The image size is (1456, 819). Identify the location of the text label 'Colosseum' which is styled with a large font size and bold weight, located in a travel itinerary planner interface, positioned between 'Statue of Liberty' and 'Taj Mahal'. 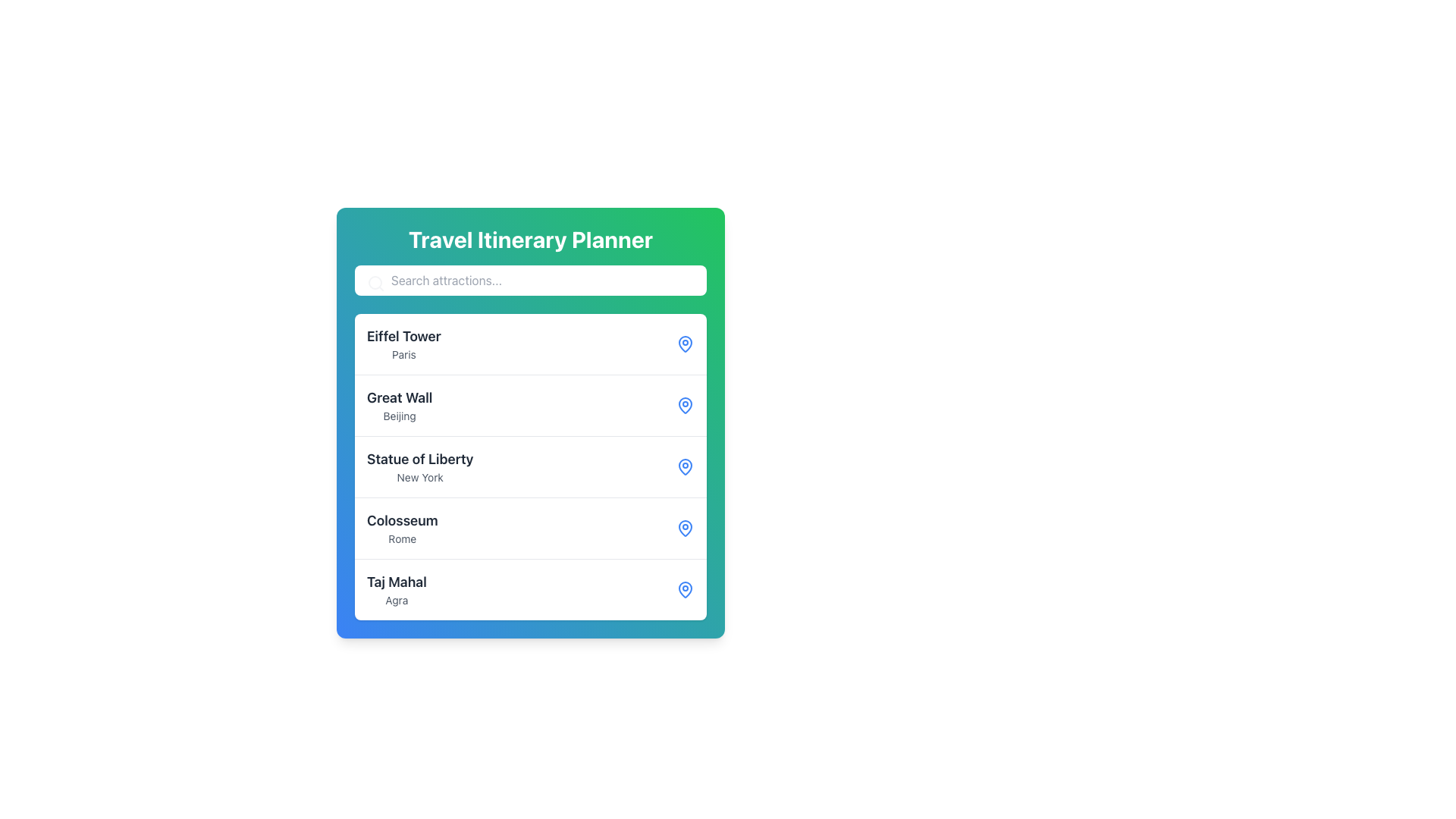
(402, 519).